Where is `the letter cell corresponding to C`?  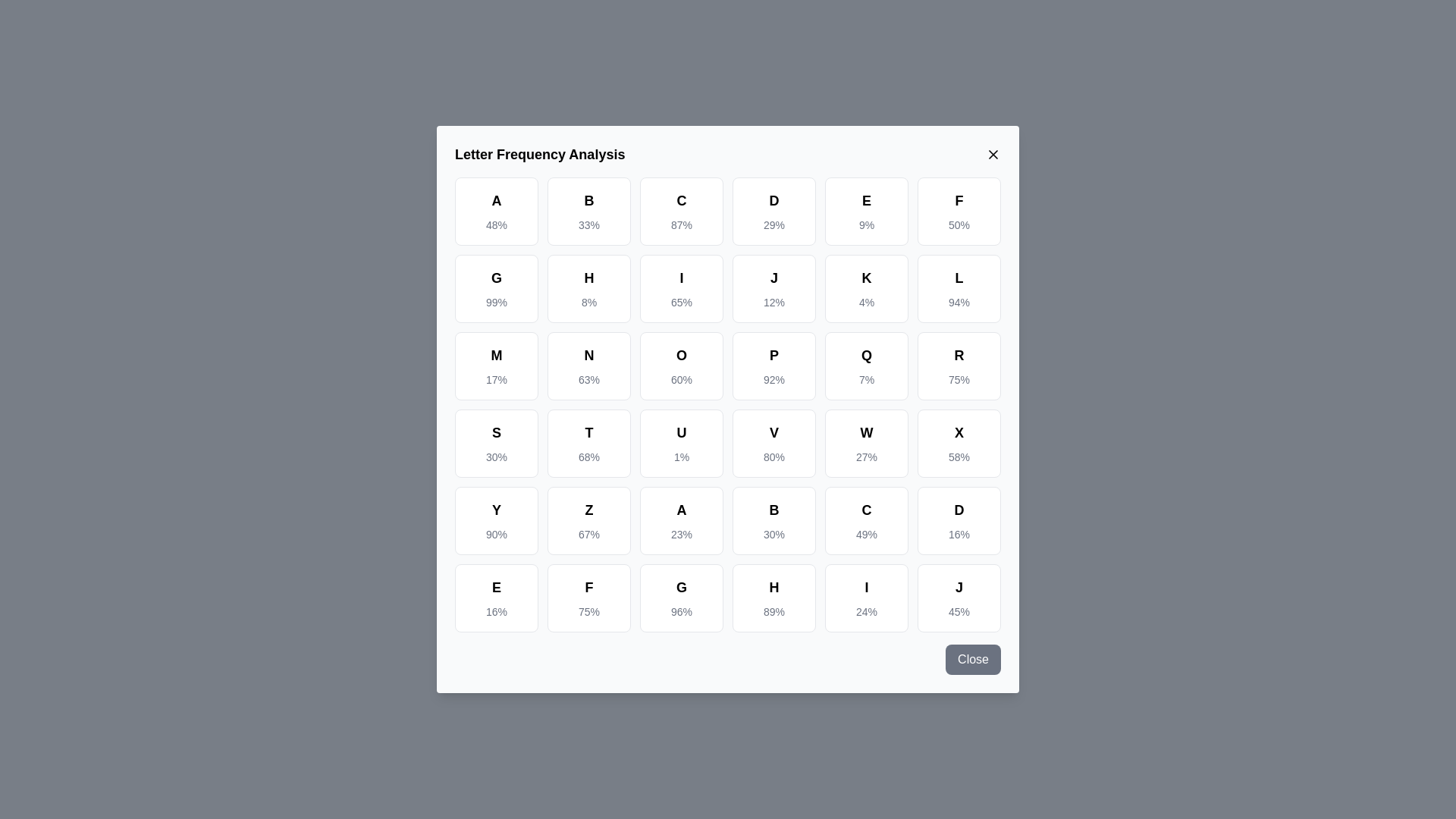
the letter cell corresponding to C is located at coordinates (680, 211).